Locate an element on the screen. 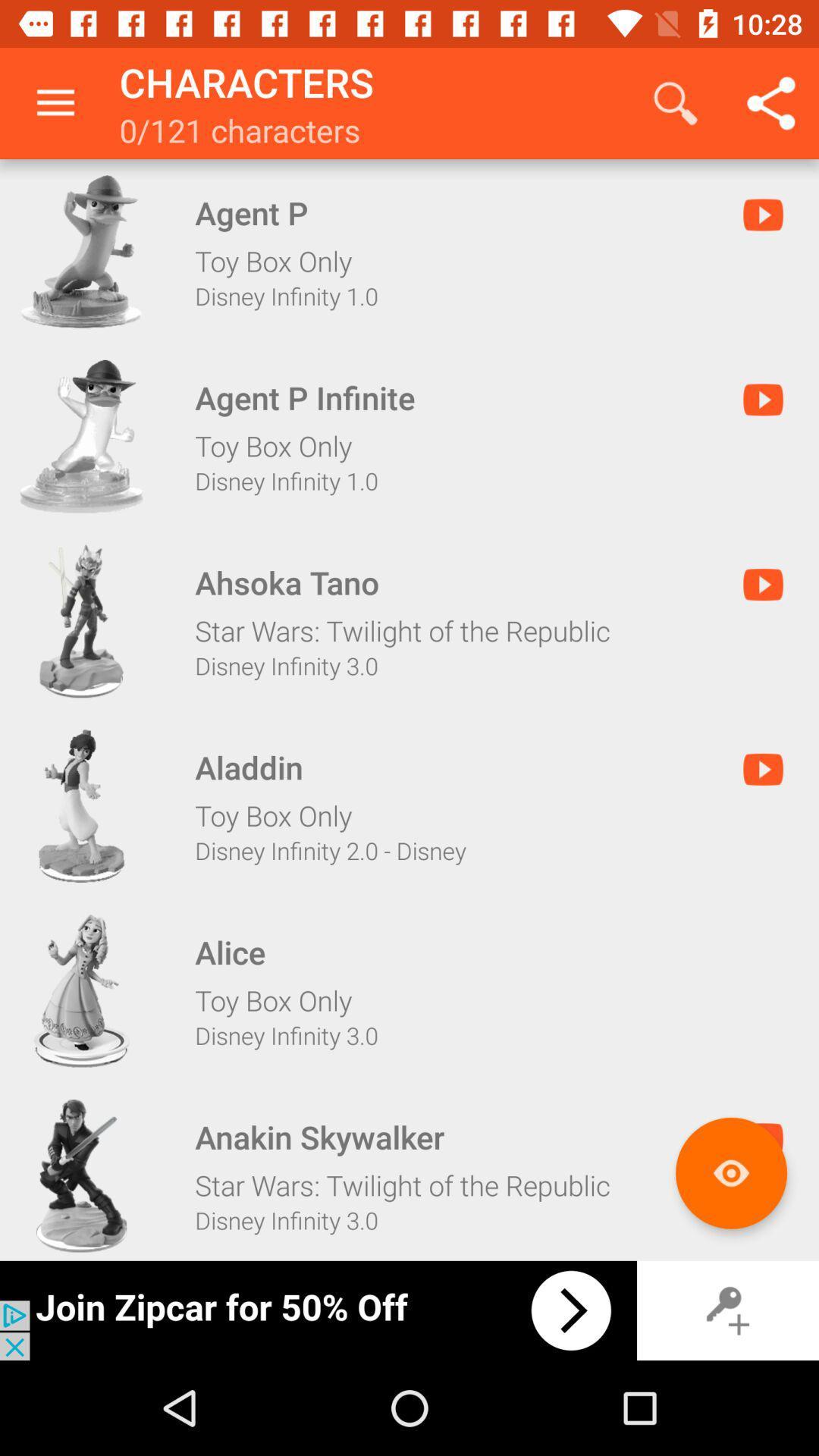  right of second option is located at coordinates (763, 400).